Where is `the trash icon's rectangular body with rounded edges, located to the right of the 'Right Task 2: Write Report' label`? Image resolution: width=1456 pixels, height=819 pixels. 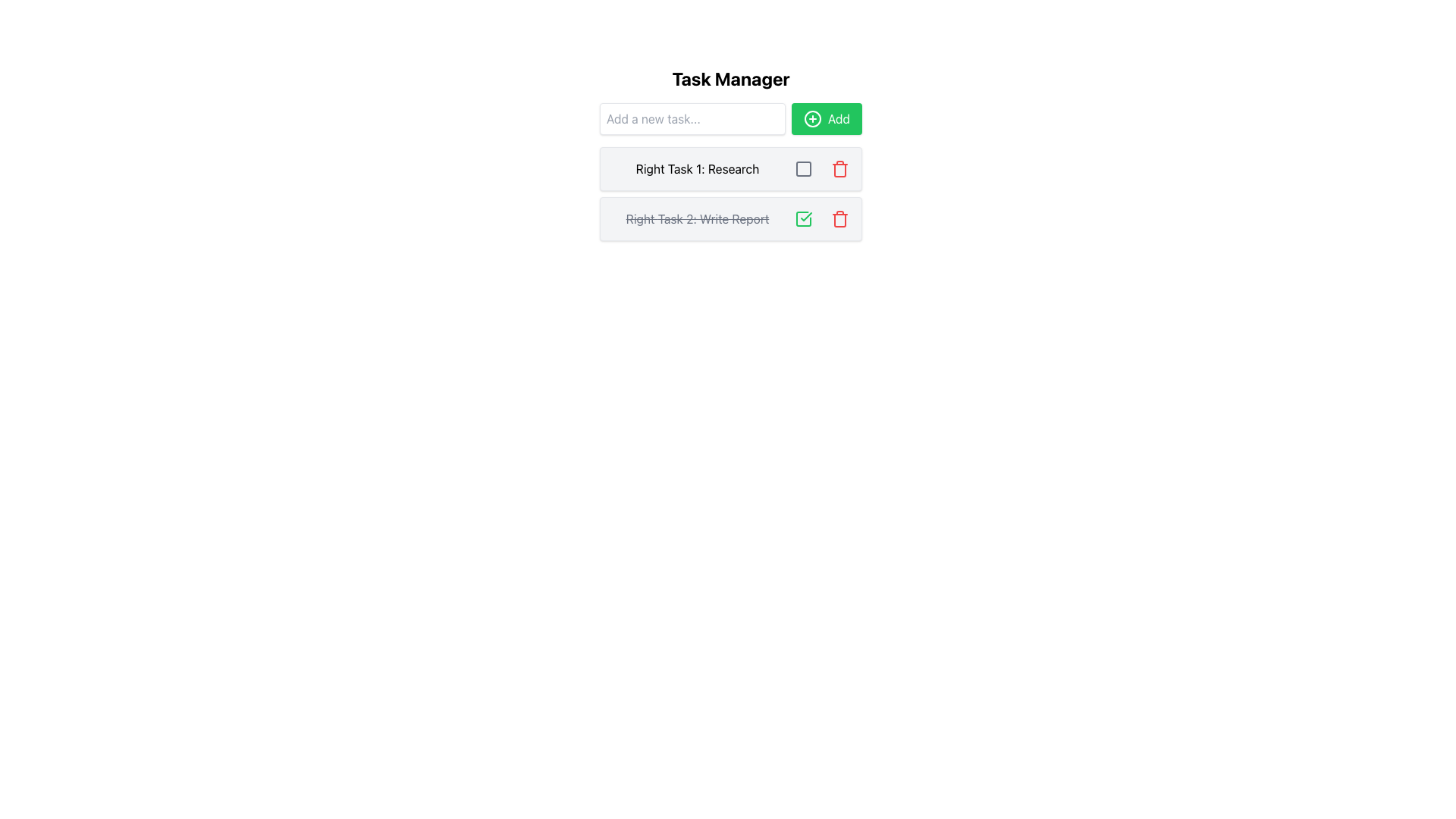 the trash icon's rectangular body with rounded edges, located to the right of the 'Right Task 2: Write Report' label is located at coordinates (839, 220).